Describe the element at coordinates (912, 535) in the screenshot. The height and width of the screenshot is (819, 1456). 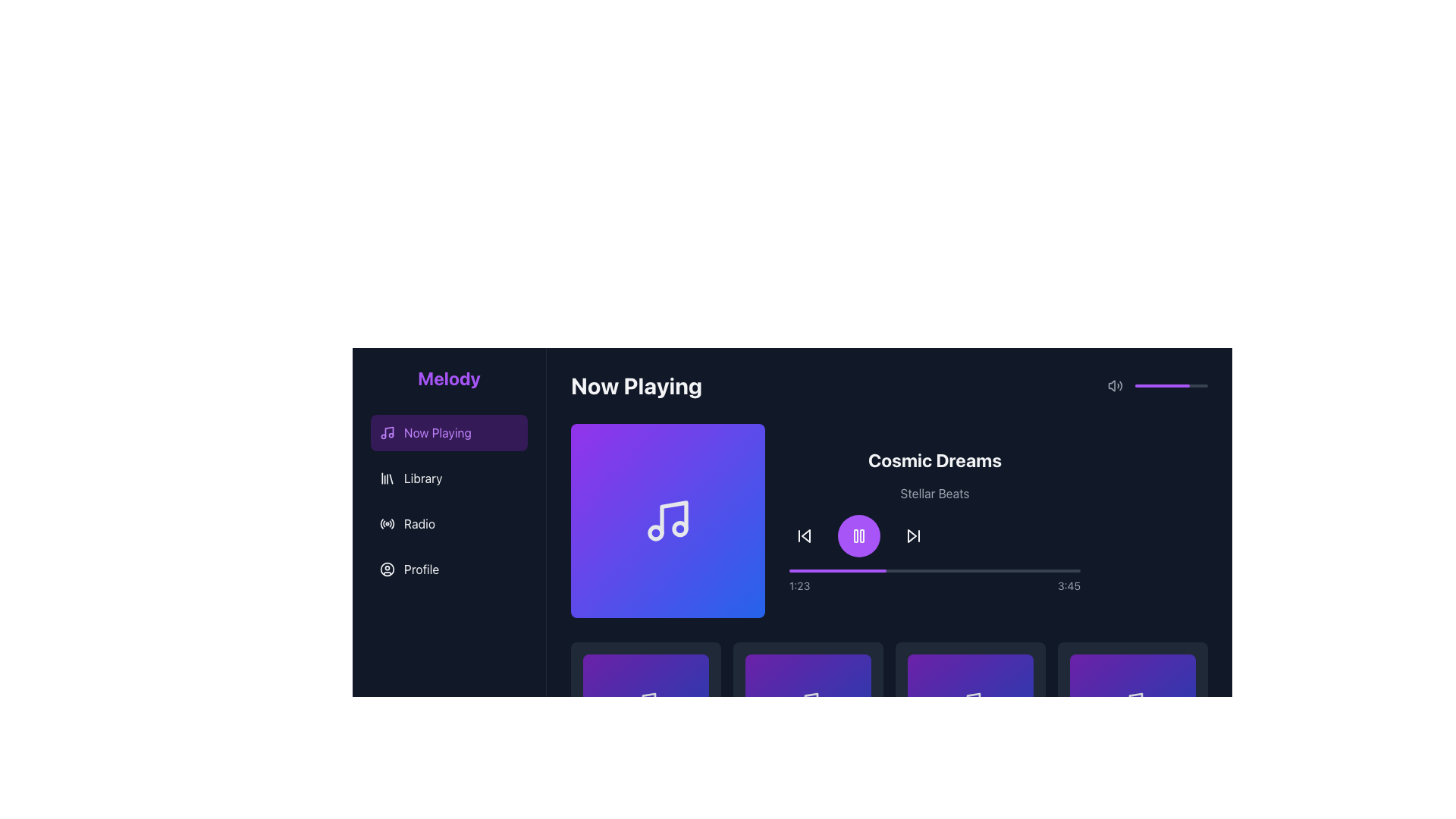
I see `the button that skips to the next track, which is the third interactive button in the horizontal row of control icons, located between the play/pause button and the progress bar` at that location.